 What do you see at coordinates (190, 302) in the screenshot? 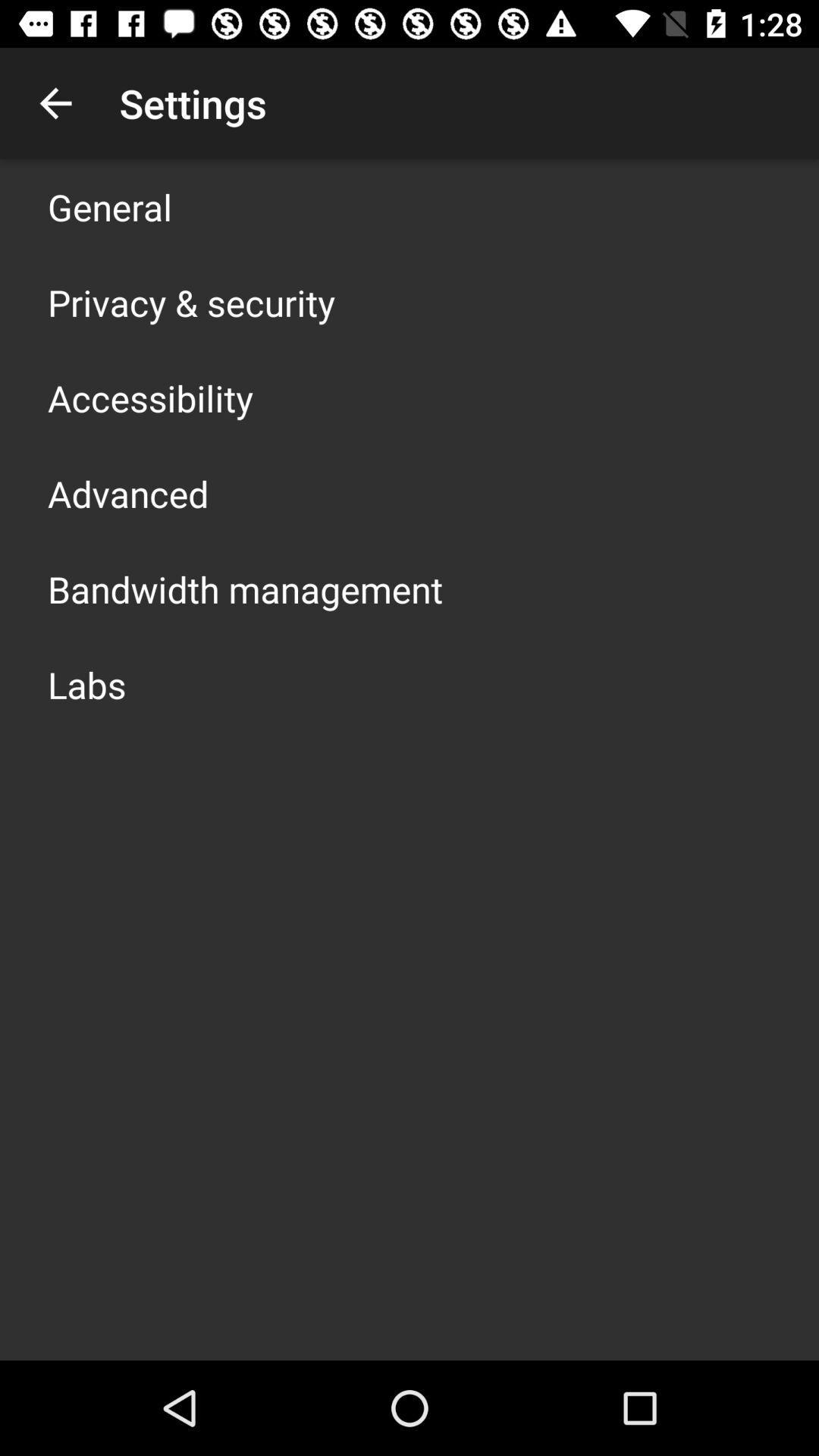
I see `the privacy & security` at bounding box center [190, 302].